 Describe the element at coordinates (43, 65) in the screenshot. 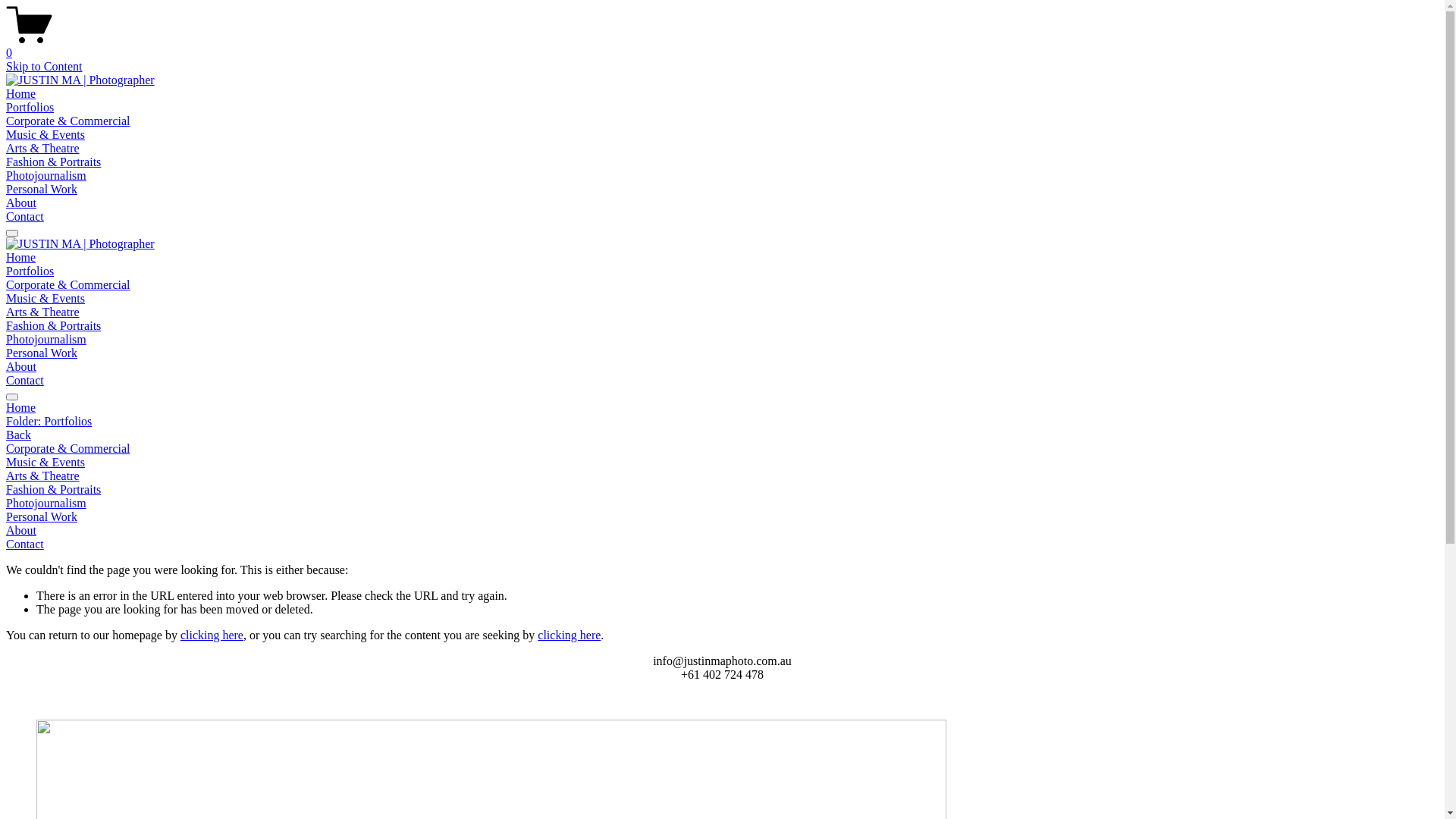

I see `'Skip to Content'` at that location.